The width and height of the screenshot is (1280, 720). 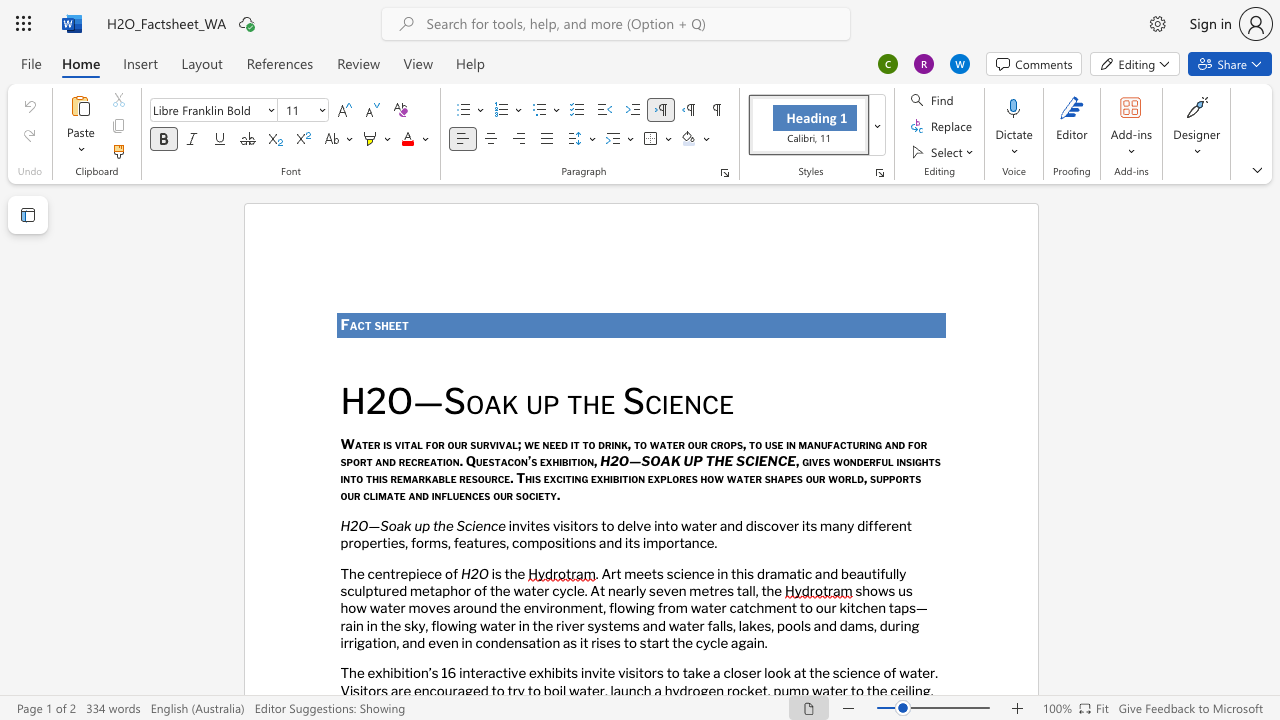 I want to click on the 1th character "t" in the text, so click(x=368, y=324).